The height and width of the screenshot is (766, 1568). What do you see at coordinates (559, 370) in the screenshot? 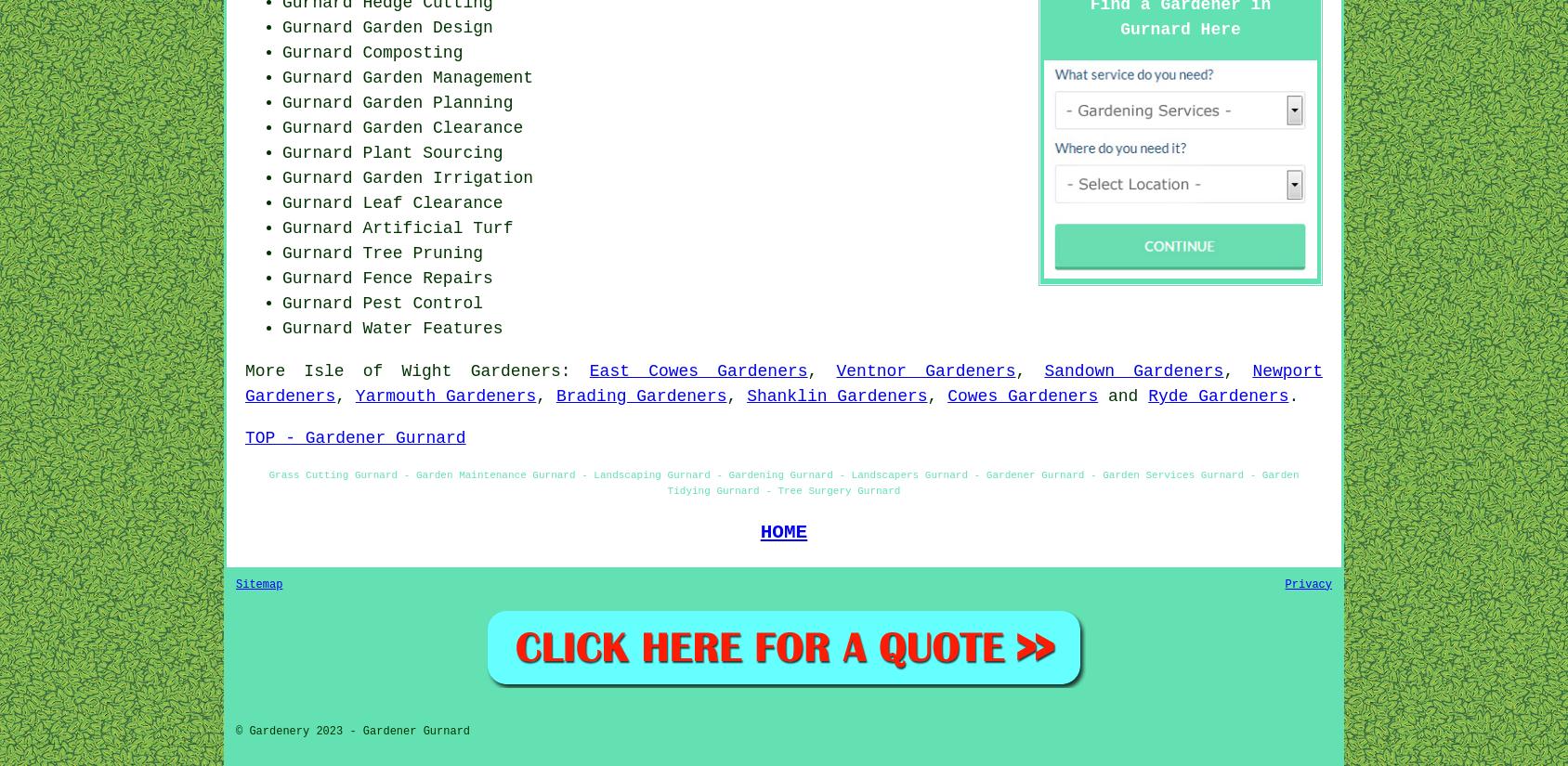
I see `':'` at bounding box center [559, 370].